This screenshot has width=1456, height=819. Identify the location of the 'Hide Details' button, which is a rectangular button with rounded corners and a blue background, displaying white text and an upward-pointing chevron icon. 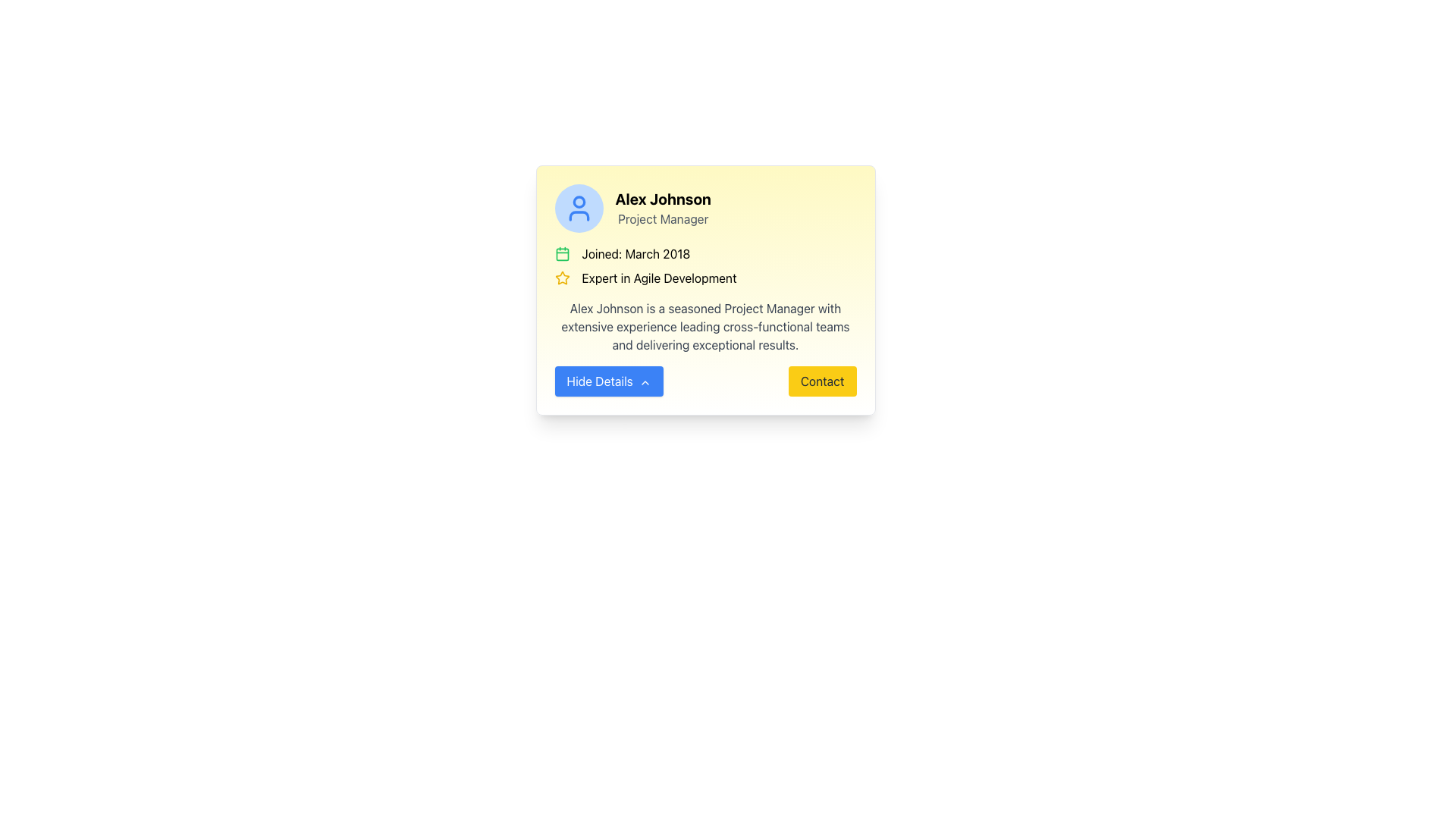
(609, 380).